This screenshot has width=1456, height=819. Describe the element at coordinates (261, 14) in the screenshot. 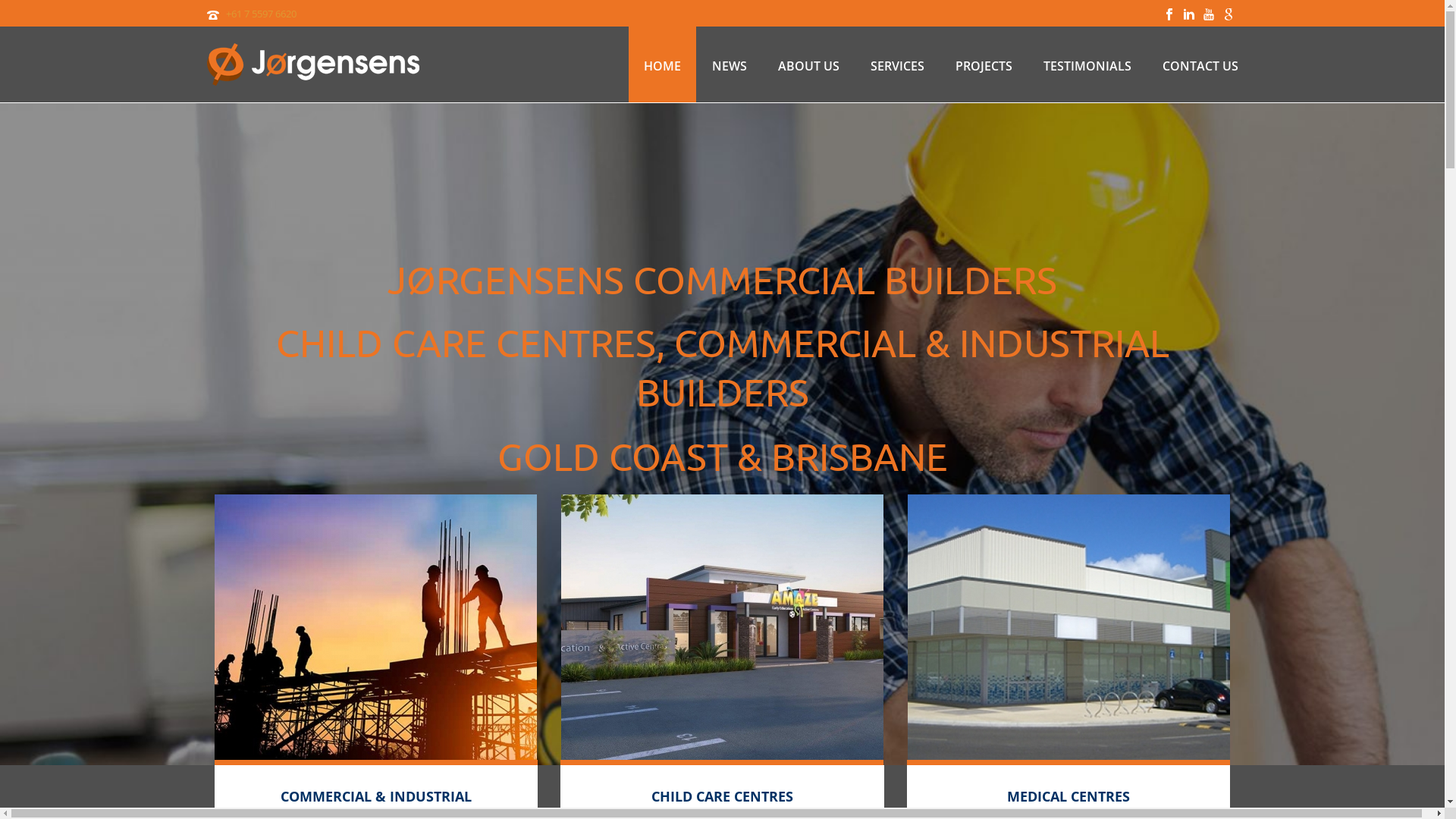

I see `'+61 7 5597 6620'` at that location.